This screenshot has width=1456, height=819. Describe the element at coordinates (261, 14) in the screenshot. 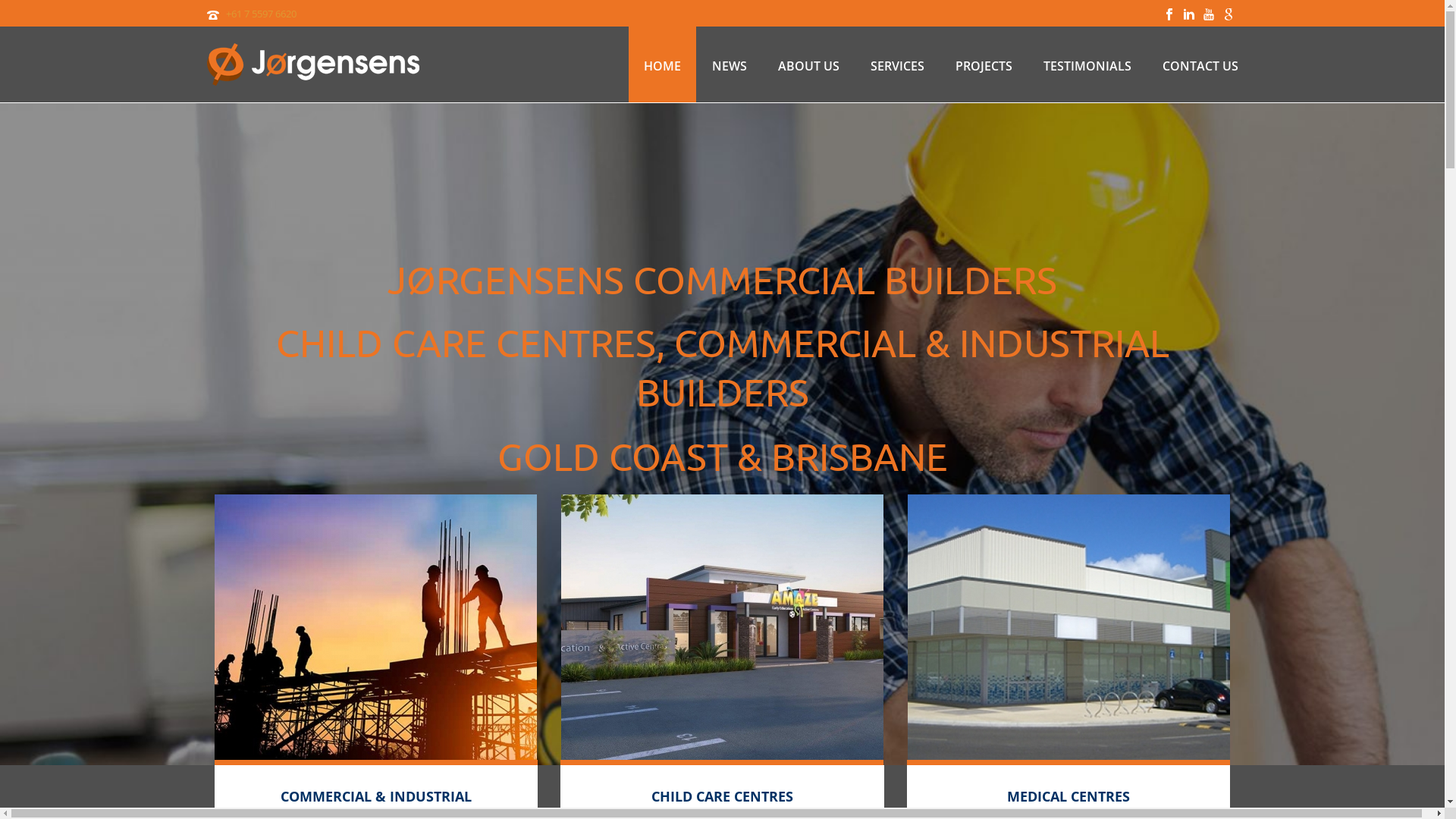

I see `'+61 7 5597 6620'` at that location.